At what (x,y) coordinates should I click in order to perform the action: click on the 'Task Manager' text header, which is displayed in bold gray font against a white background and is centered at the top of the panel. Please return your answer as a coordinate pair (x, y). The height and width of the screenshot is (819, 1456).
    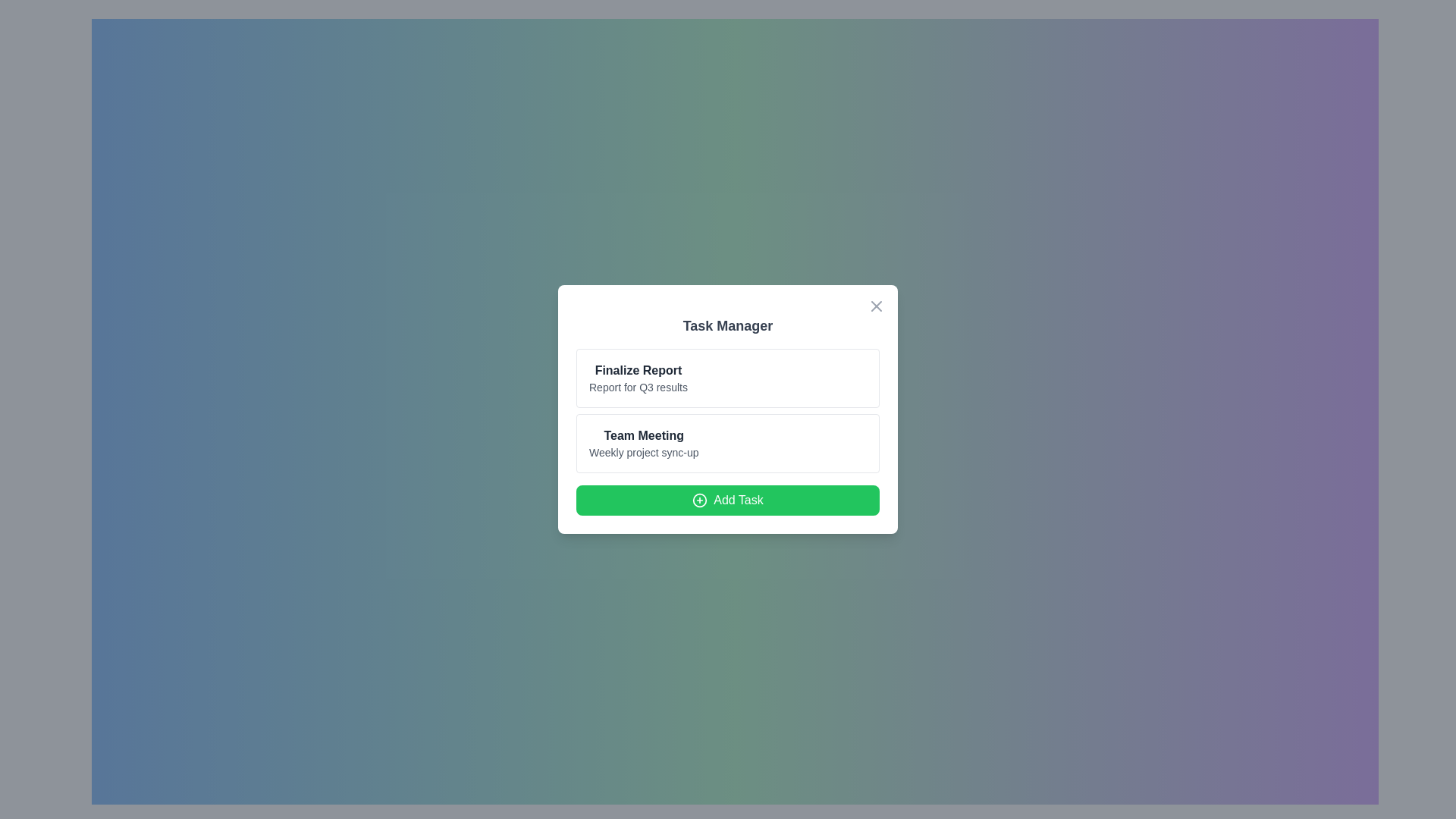
    Looking at the image, I should click on (728, 325).